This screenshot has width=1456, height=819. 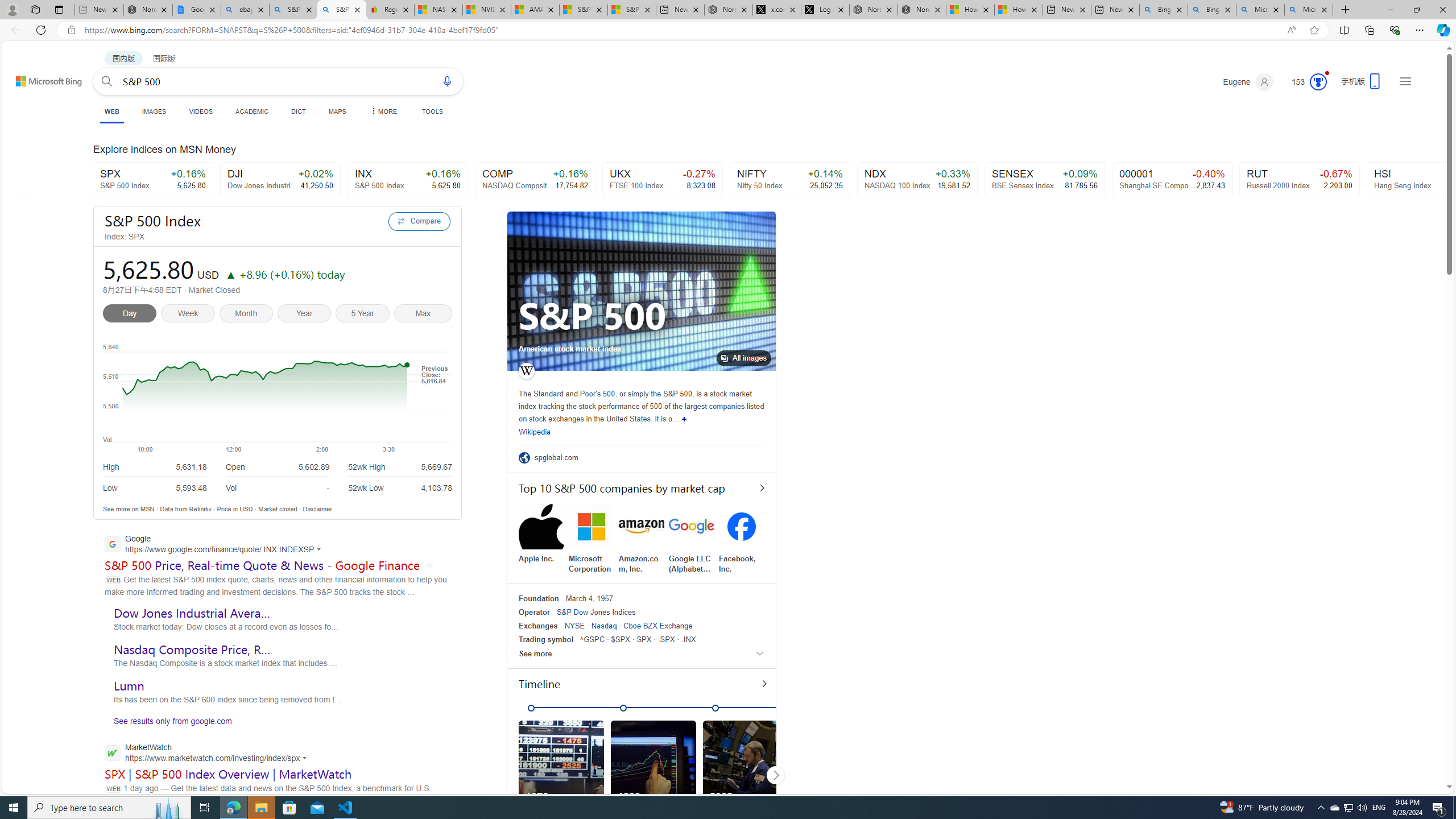 What do you see at coordinates (524, 457) in the screenshot?
I see `'Class: sp-ofsite'` at bounding box center [524, 457].